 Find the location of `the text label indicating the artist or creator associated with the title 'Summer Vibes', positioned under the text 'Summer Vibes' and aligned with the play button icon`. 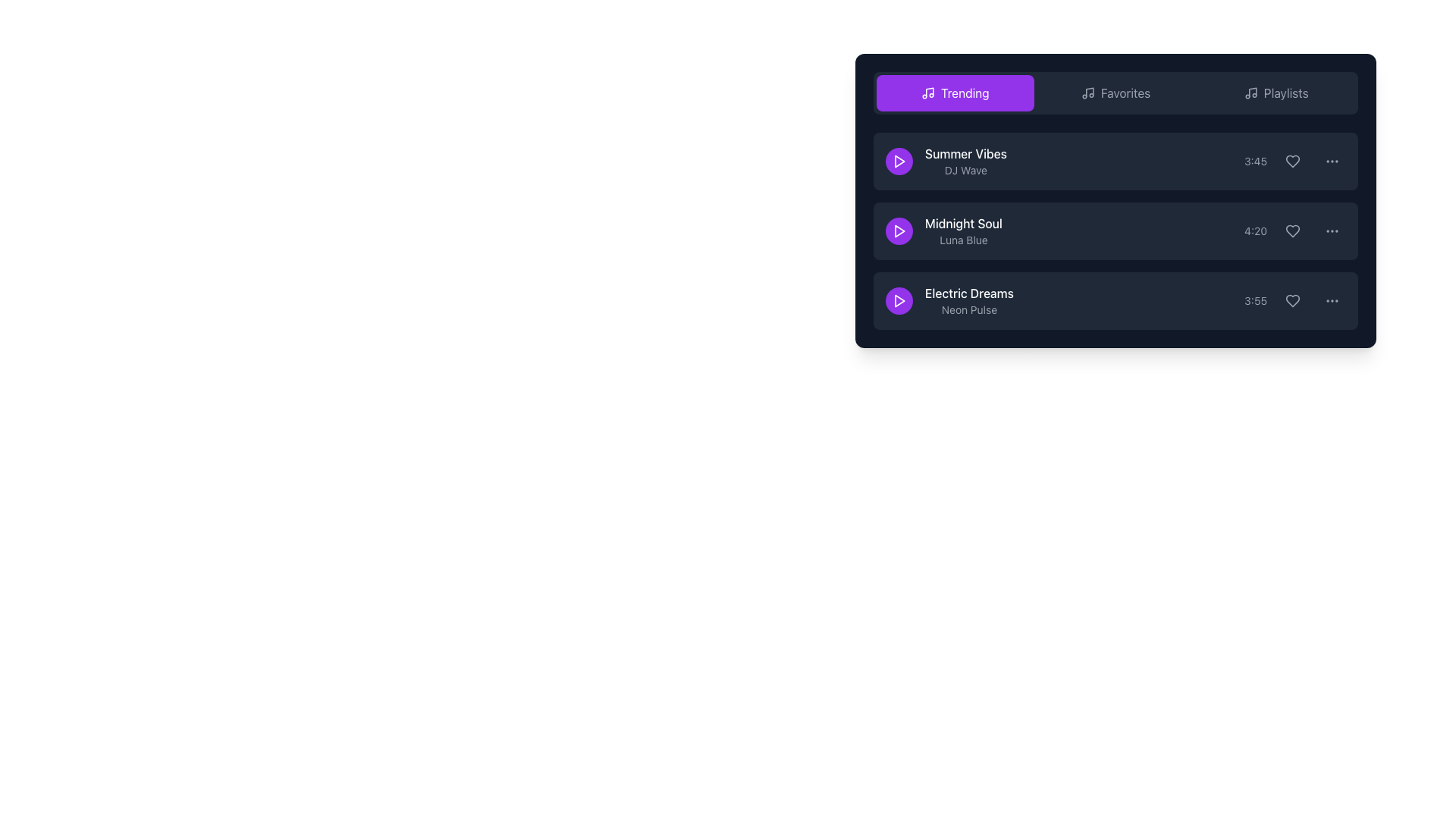

the text label indicating the artist or creator associated with the title 'Summer Vibes', positioned under the text 'Summer Vibes' and aligned with the play button icon is located at coordinates (965, 170).